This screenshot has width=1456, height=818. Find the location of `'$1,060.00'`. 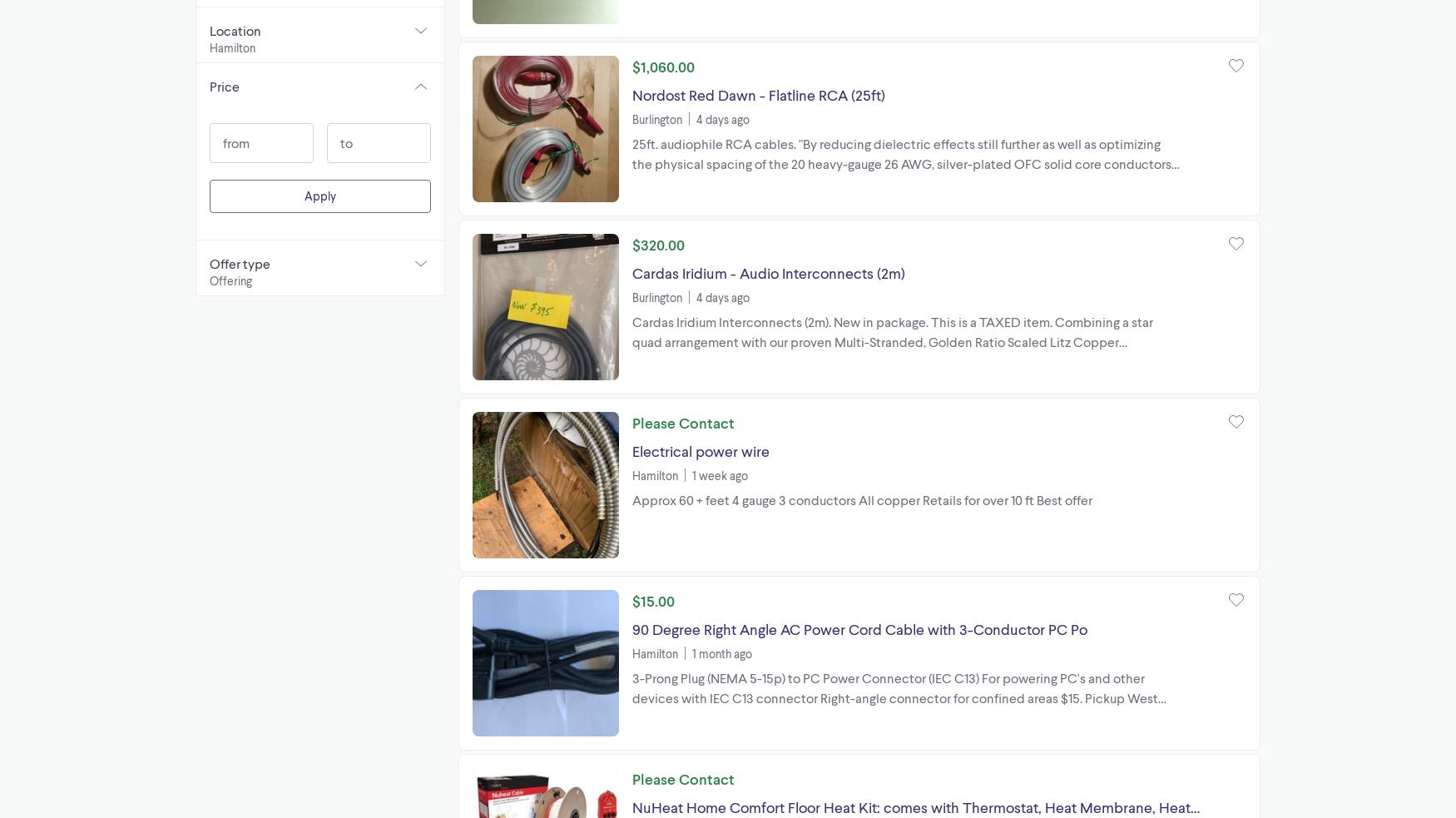

'$1,060.00' is located at coordinates (662, 66).